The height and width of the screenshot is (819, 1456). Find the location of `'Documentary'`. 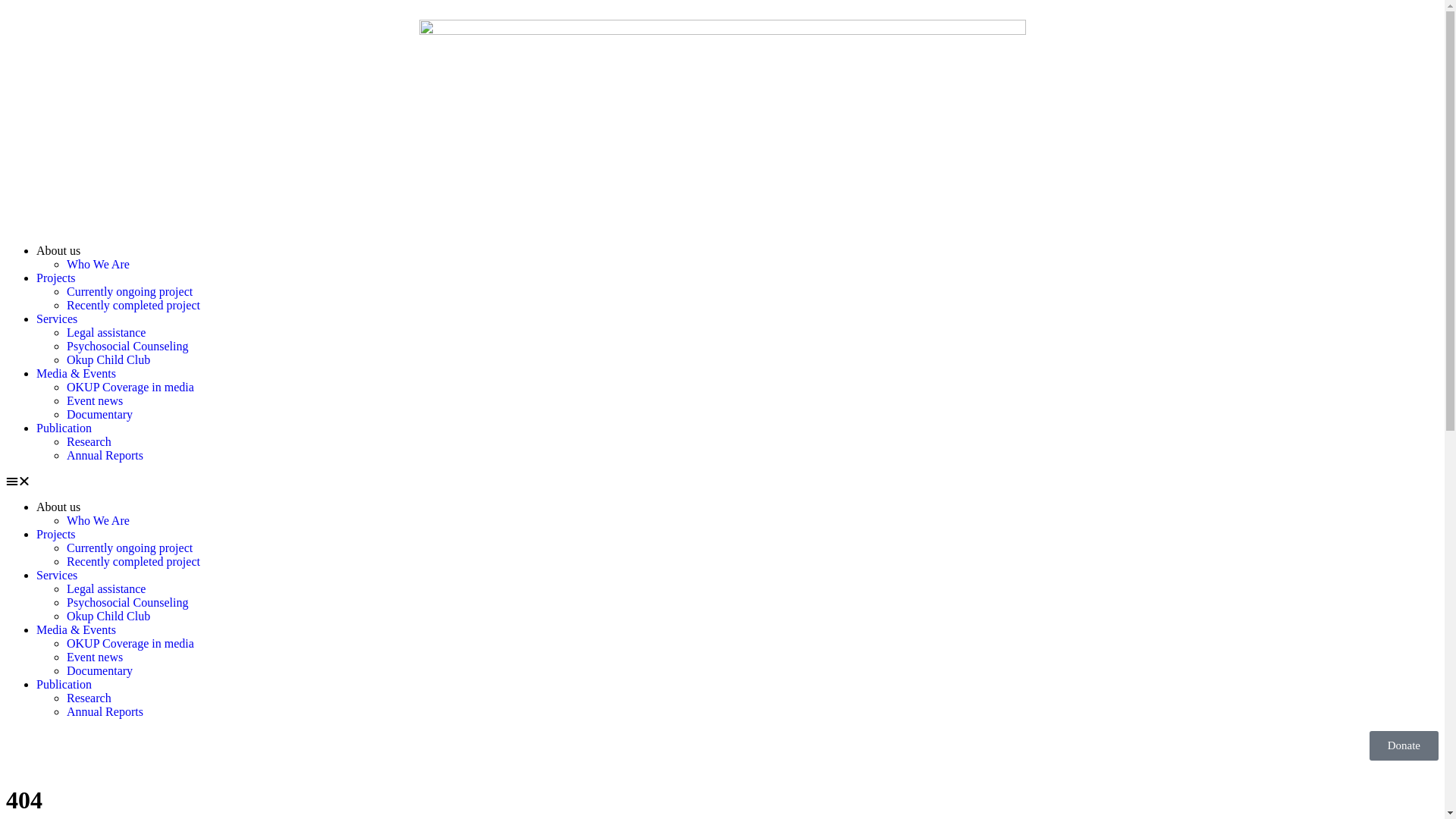

'Documentary' is located at coordinates (99, 670).